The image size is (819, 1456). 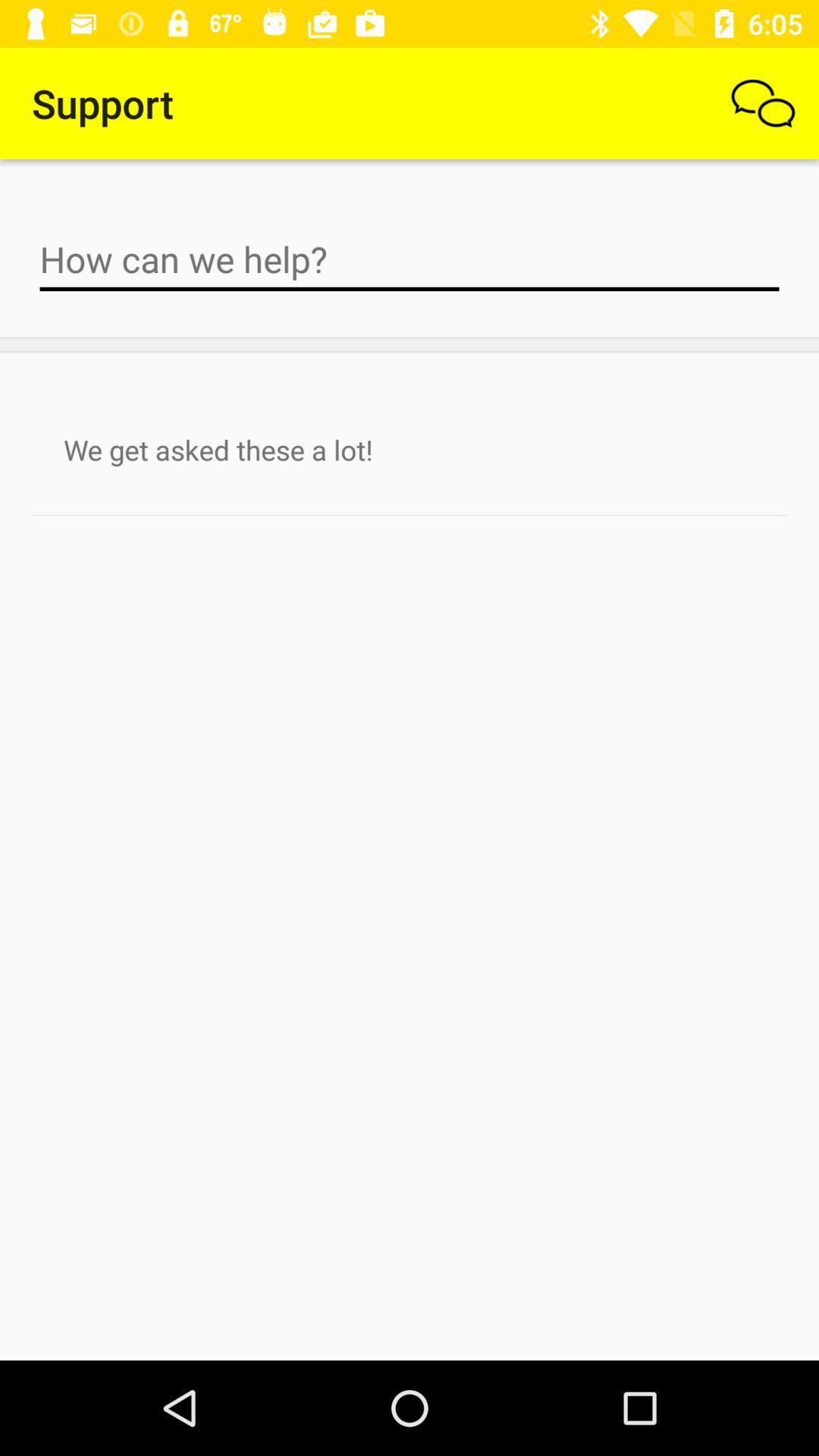 I want to click on we get asked, so click(x=409, y=449).